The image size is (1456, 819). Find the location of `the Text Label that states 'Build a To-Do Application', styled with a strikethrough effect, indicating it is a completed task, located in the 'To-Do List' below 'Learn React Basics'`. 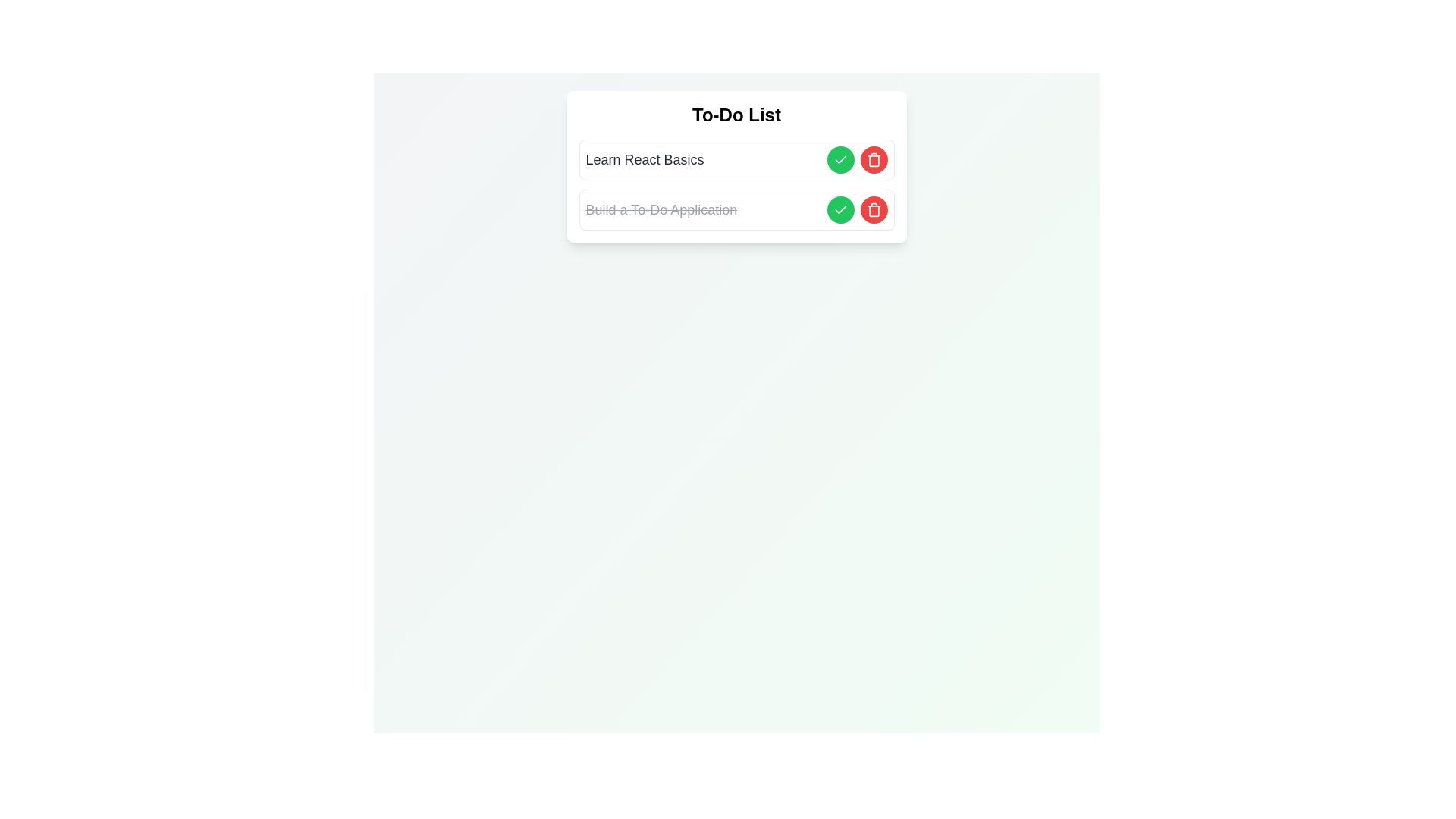

the Text Label that states 'Build a To-Do Application', styled with a strikethrough effect, indicating it is a completed task, located in the 'To-Do List' below 'Learn React Basics' is located at coordinates (661, 210).